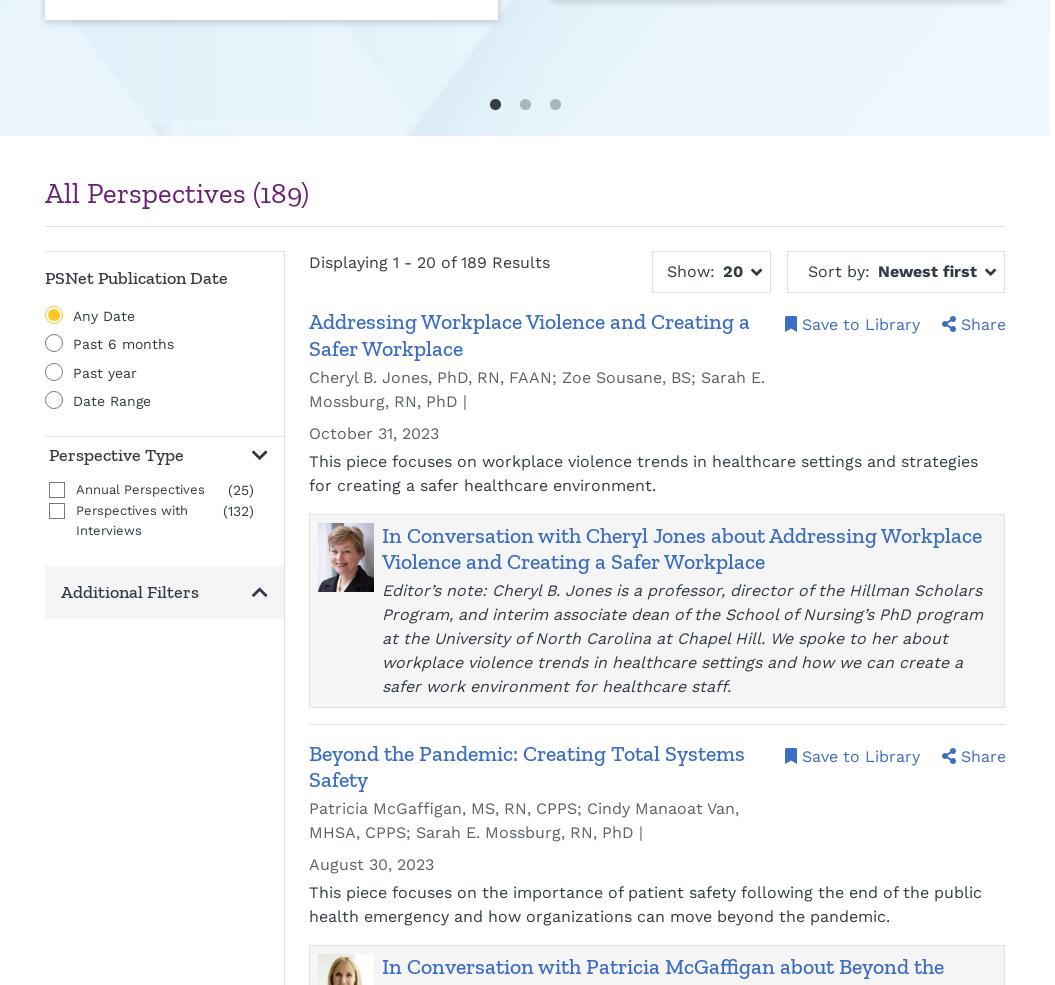  Describe the element at coordinates (226, 489) in the screenshot. I see `'(25)'` at that location.